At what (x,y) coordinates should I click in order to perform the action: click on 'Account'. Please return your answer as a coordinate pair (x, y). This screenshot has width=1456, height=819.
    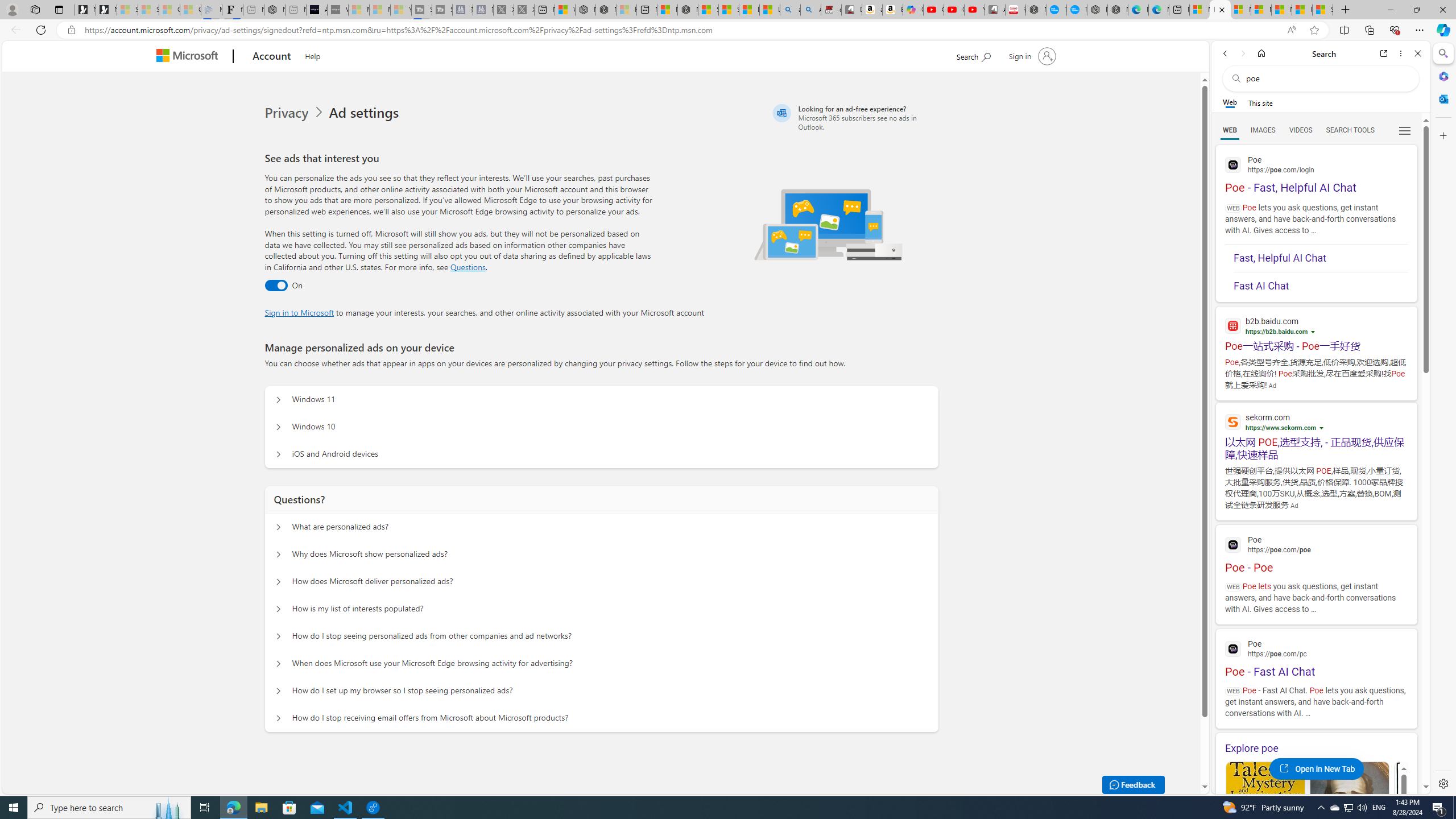
    Looking at the image, I should click on (271, 56).